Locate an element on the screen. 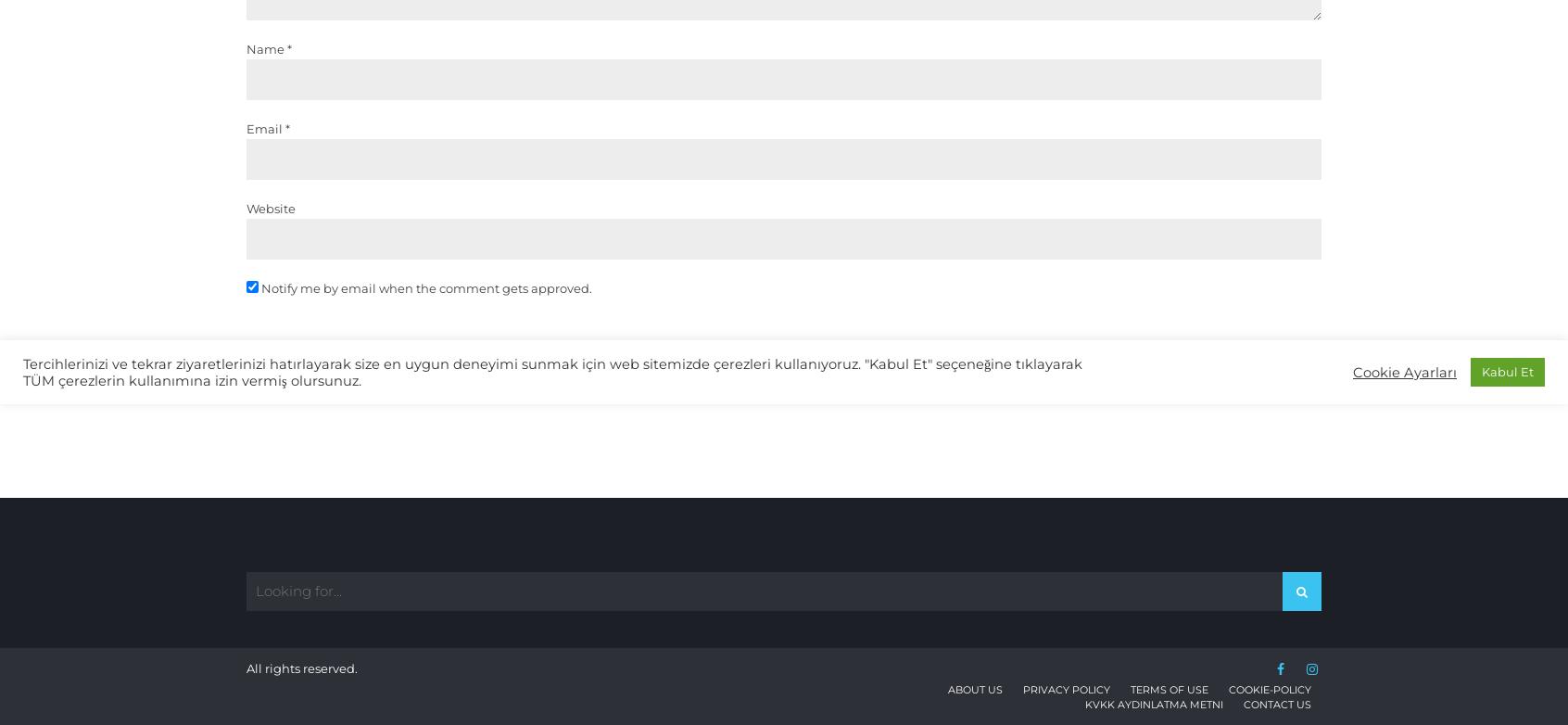 The width and height of the screenshot is (1568, 725). 'All rights reserved.' is located at coordinates (246, 668).